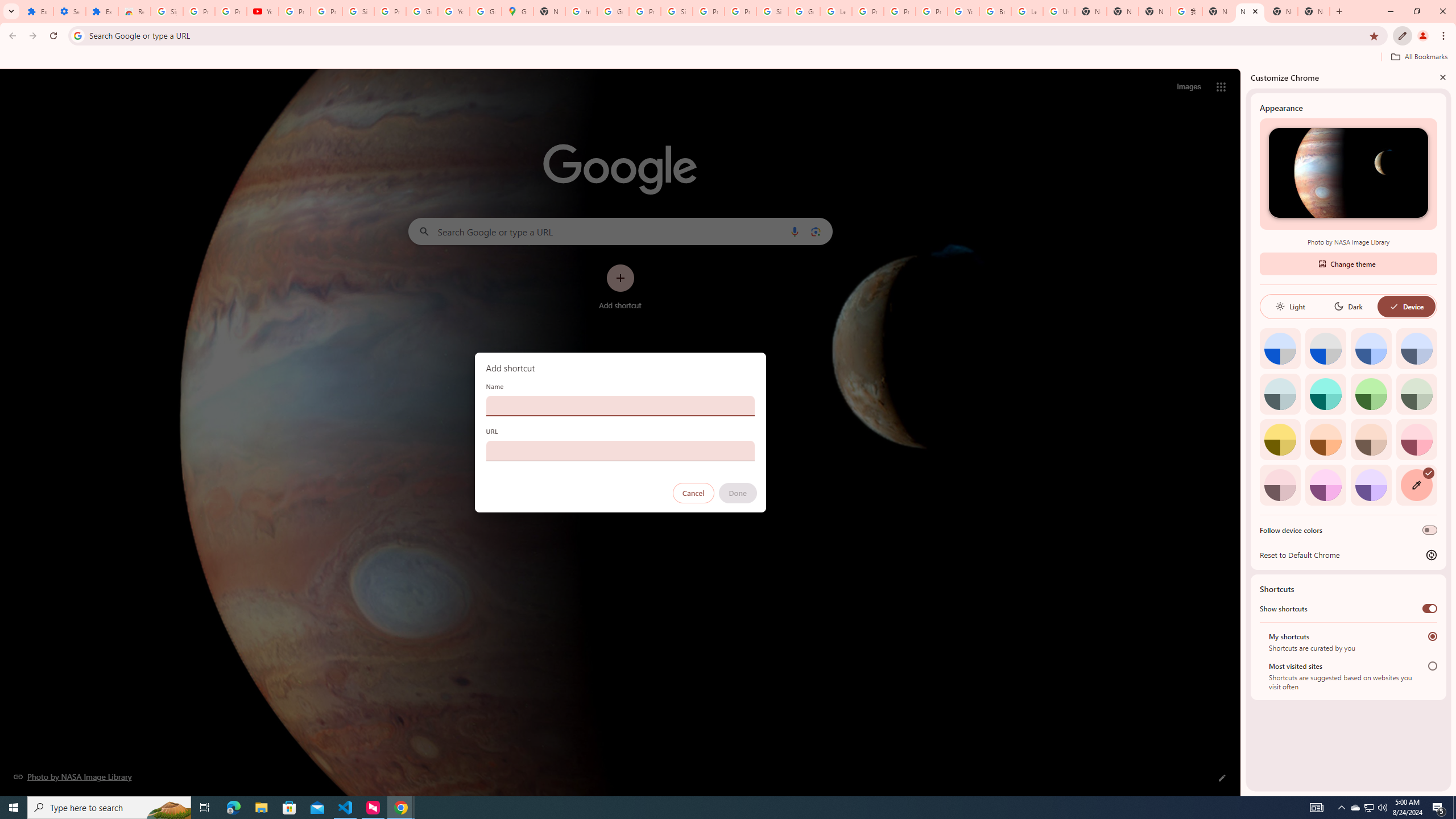 This screenshot has height=819, width=1456. I want to click on 'Photo by NASA Image Library', so click(1347, 172).